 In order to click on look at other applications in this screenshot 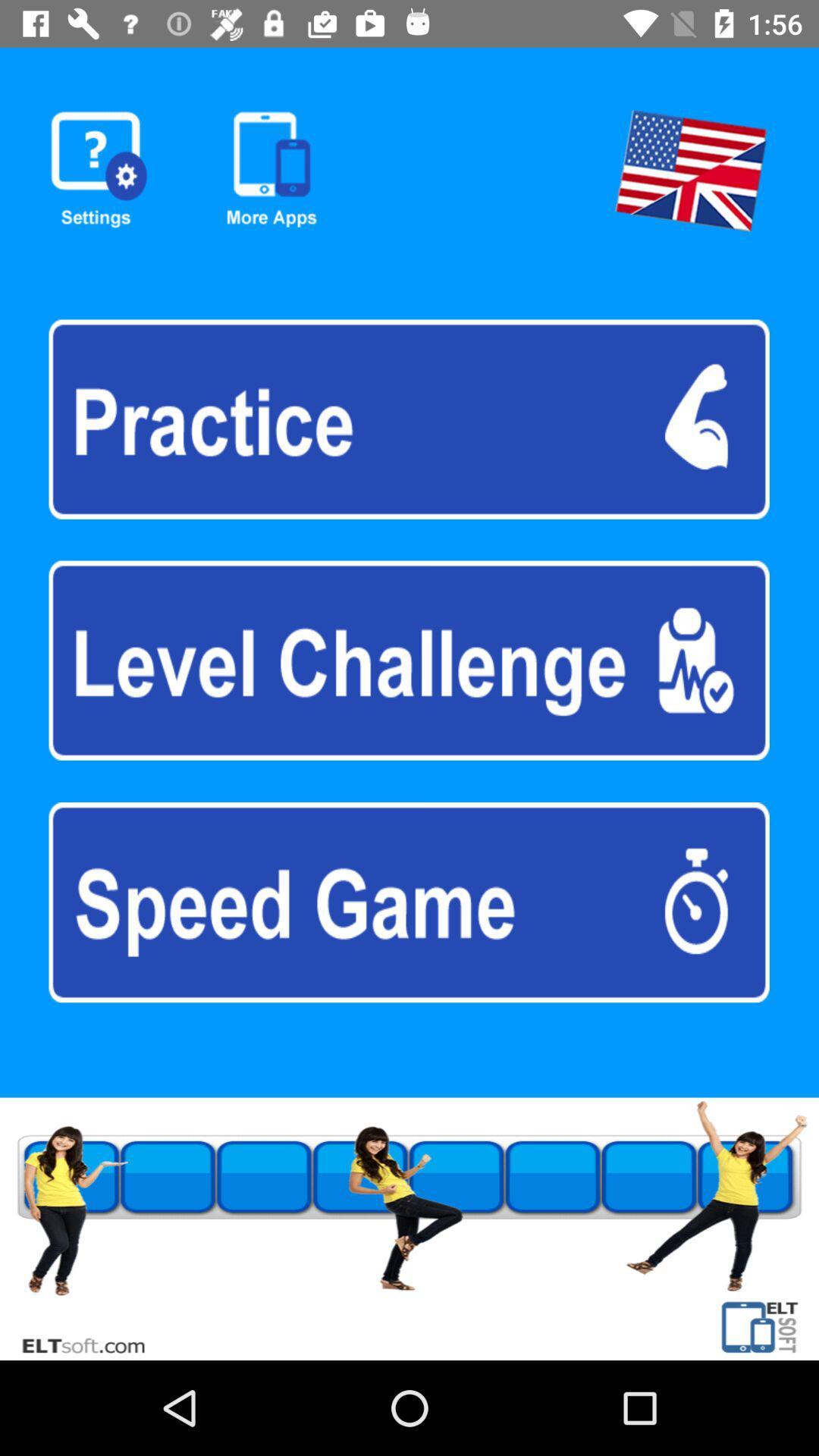, I will do `click(271, 171)`.